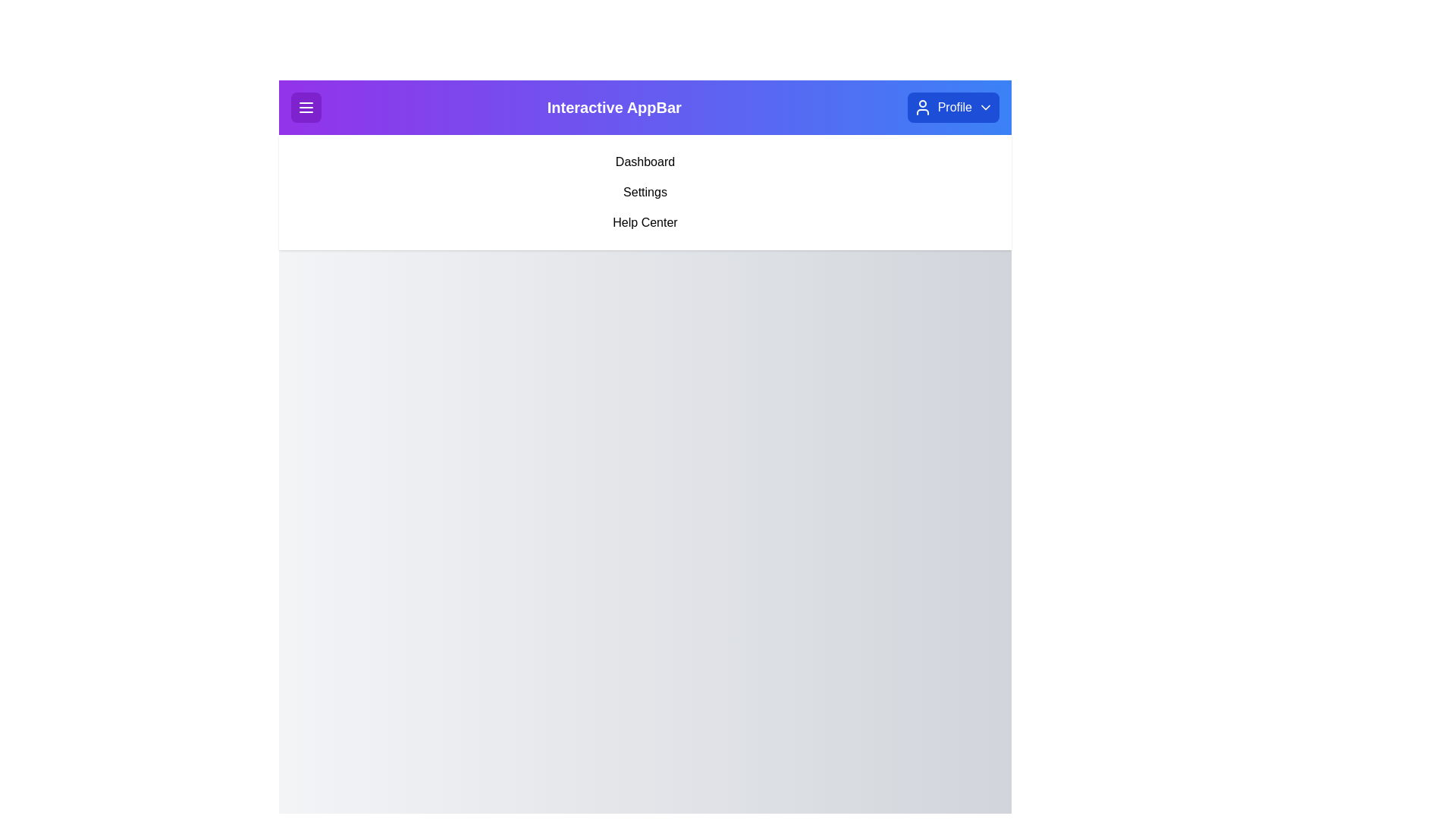  Describe the element at coordinates (305, 107) in the screenshot. I see `menu button to toggle the sidebar visibility` at that location.